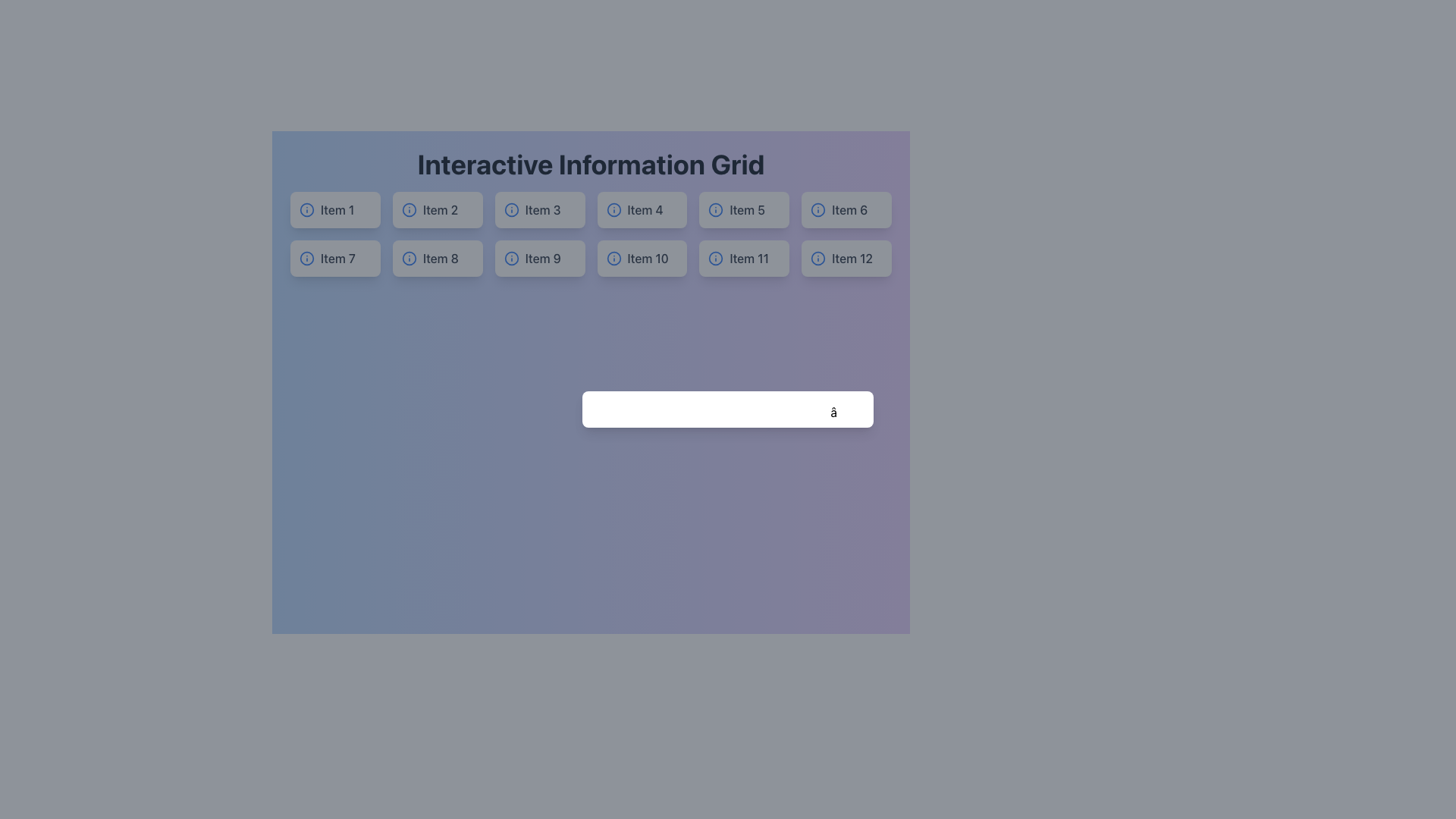 The height and width of the screenshot is (819, 1456). What do you see at coordinates (744, 210) in the screenshot?
I see `the Grid Item in the first row, fifth column, which is associated with 'Item 5'` at bounding box center [744, 210].